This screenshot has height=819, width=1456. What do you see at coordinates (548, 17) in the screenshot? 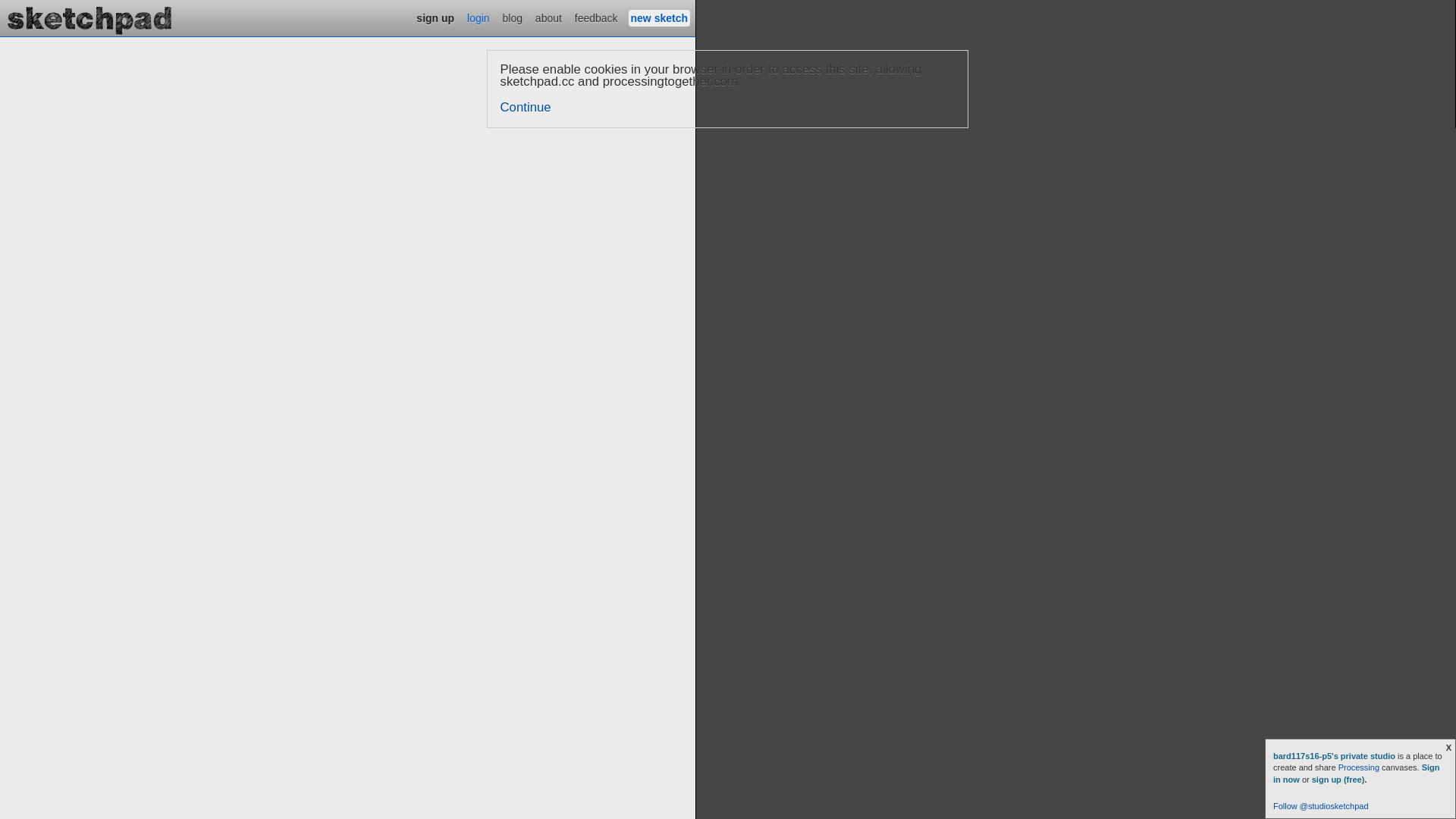
I see `'about'` at bounding box center [548, 17].